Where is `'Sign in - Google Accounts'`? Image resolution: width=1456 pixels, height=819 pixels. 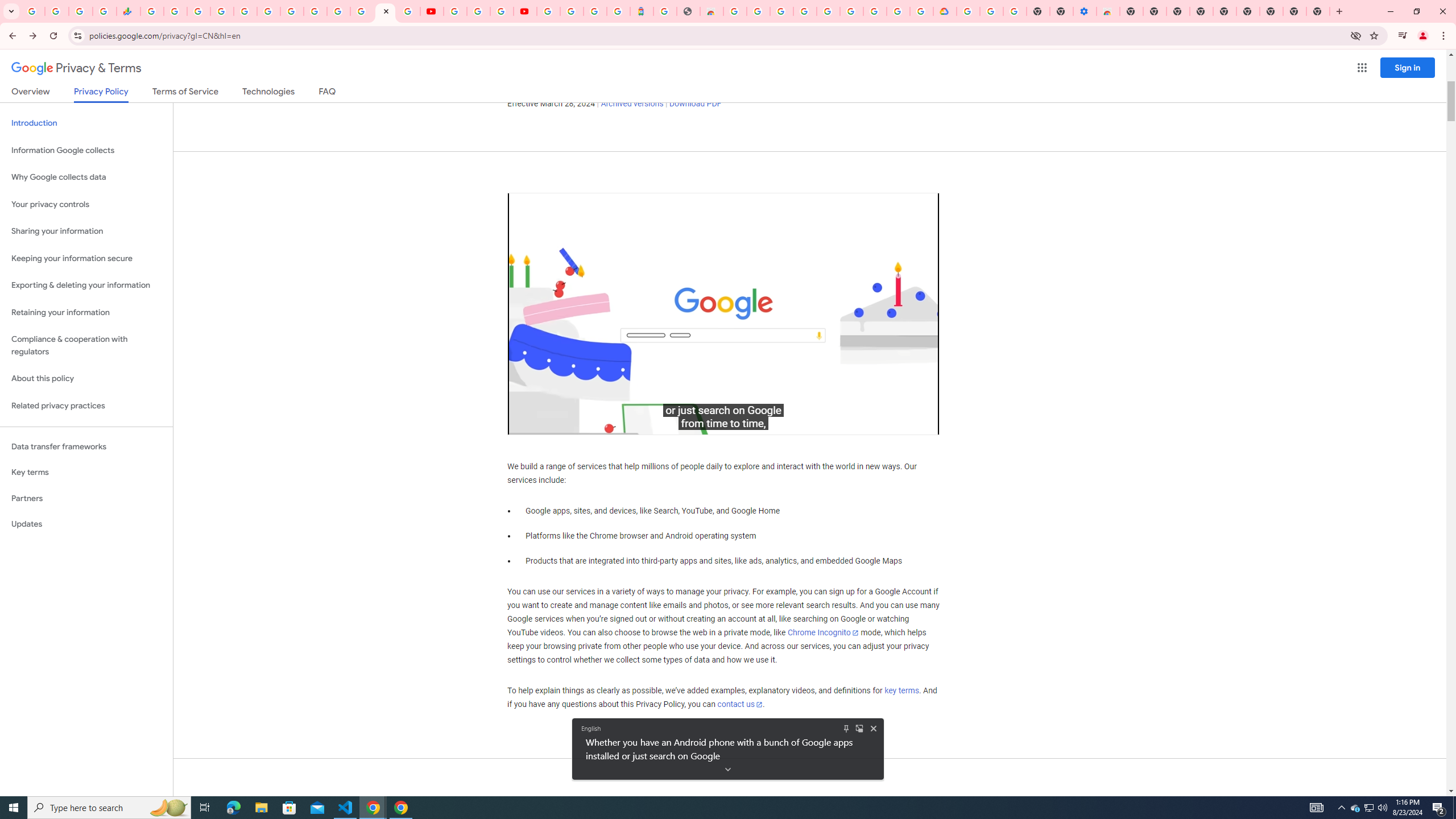 'Sign in - Google Accounts' is located at coordinates (222, 11).